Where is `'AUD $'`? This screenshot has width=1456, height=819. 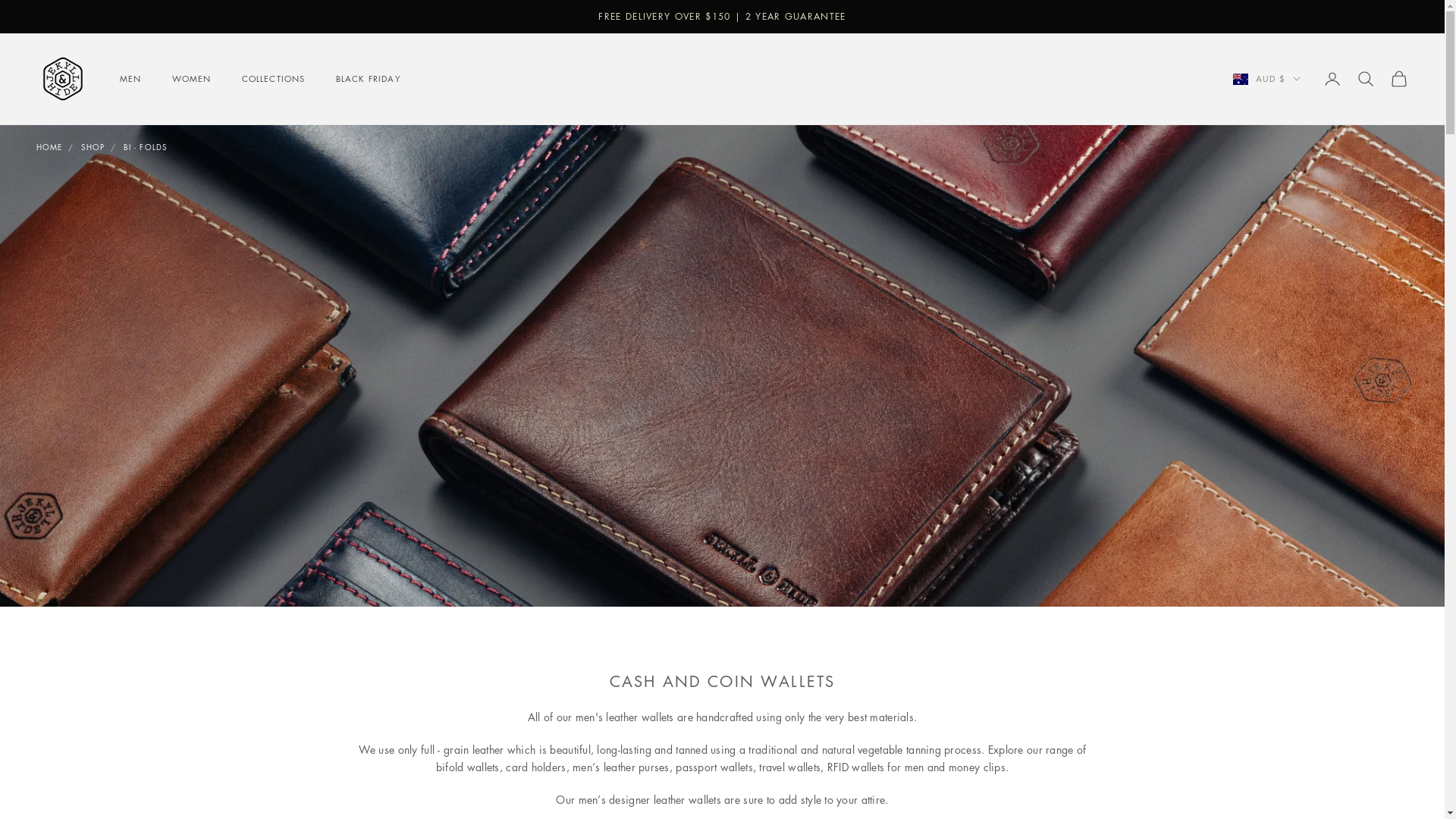 'AUD $' is located at coordinates (1266, 79).